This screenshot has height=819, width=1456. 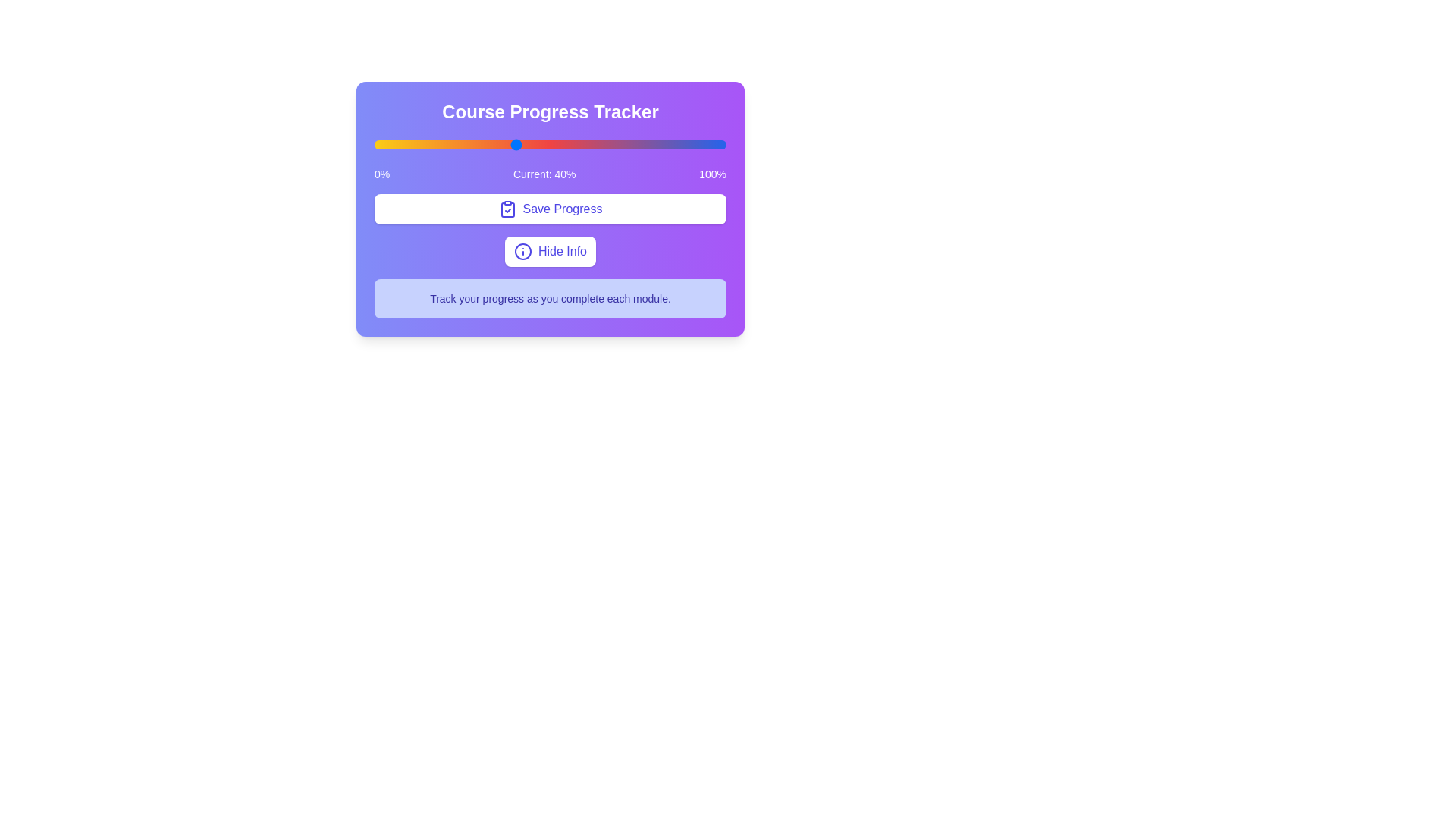 I want to click on progress percentage, so click(x=610, y=145).